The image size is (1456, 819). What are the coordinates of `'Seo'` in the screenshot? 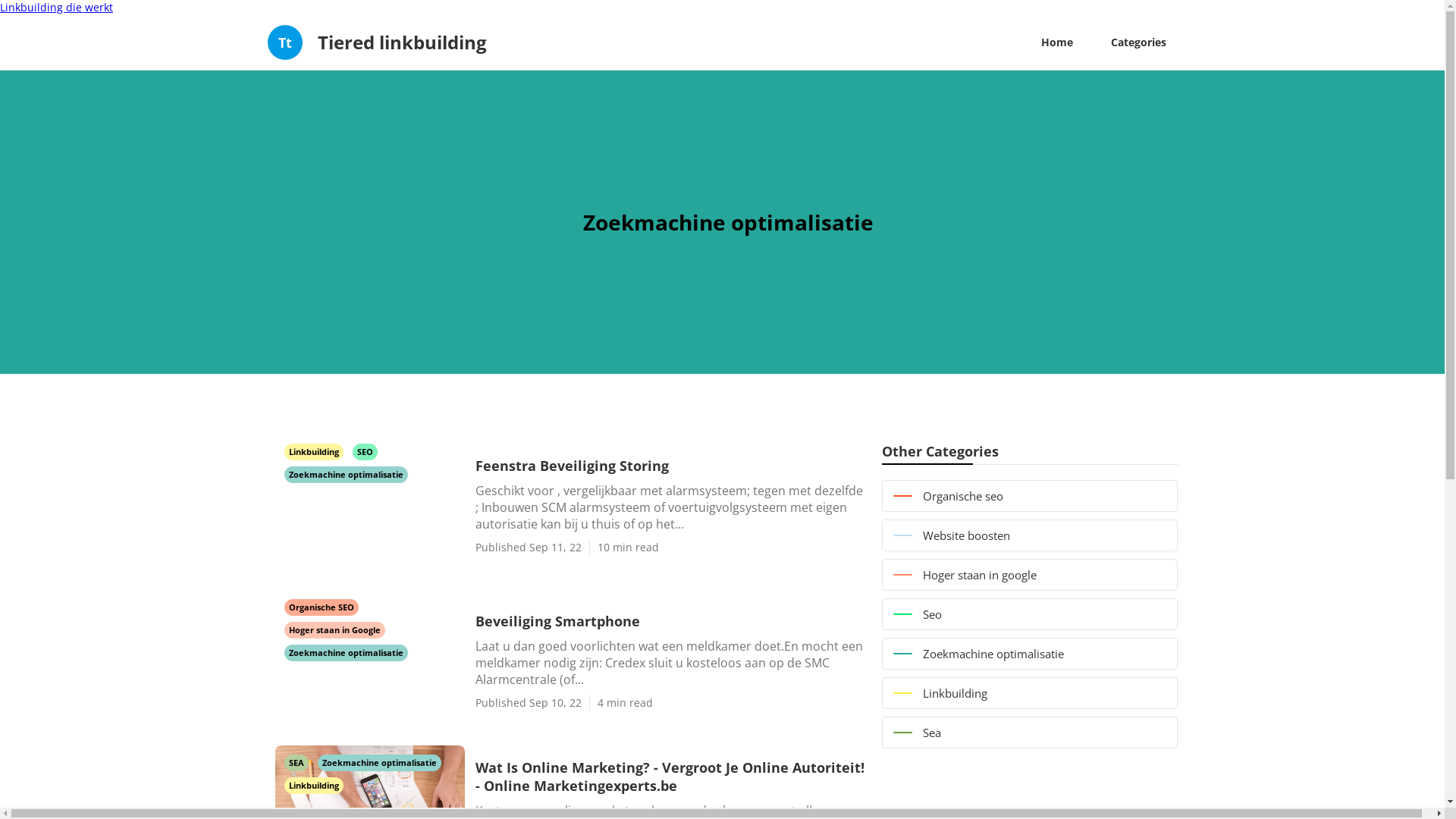 It's located at (1029, 614).